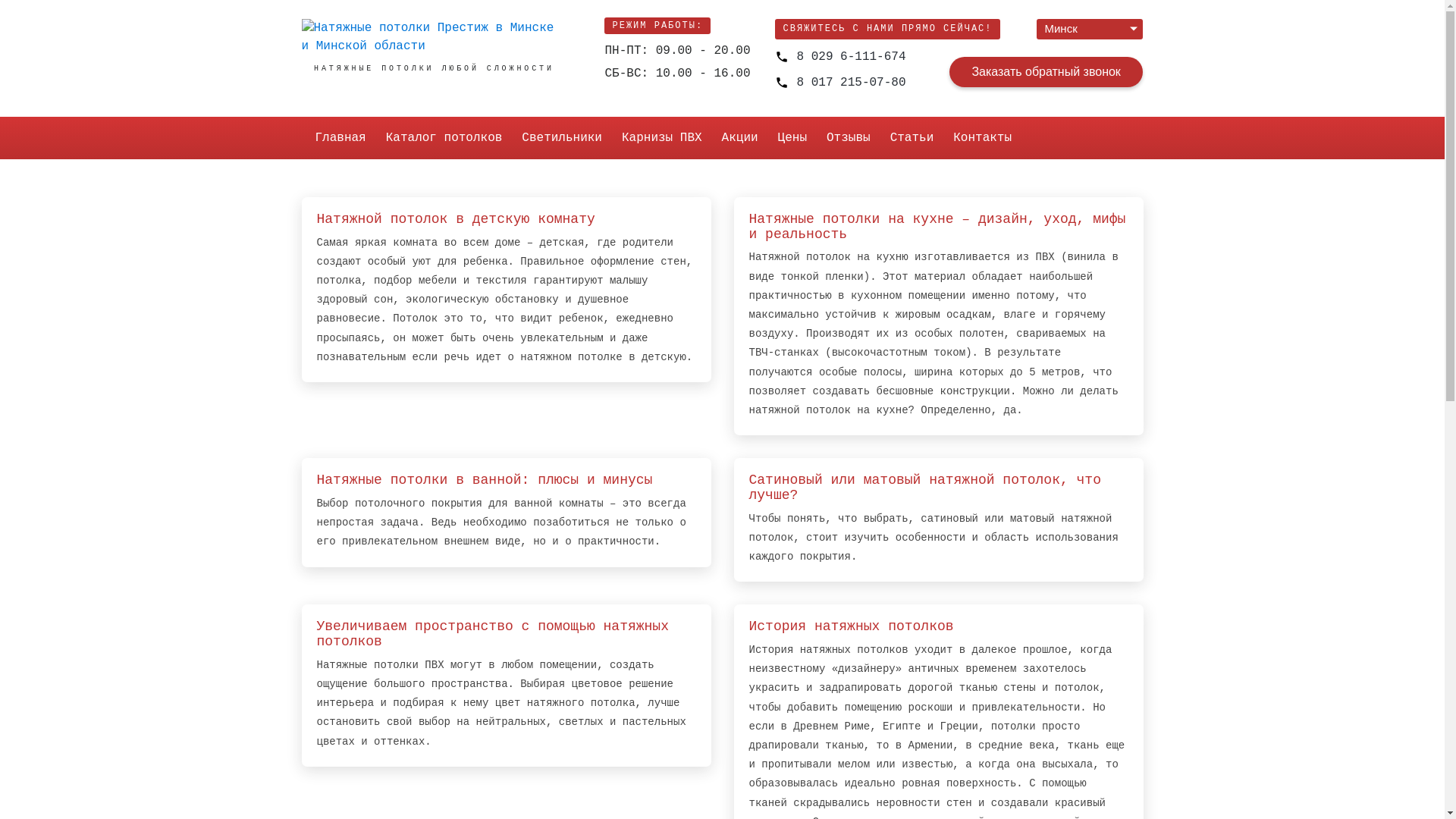 The height and width of the screenshot is (819, 1456). What do you see at coordinates (839, 83) in the screenshot?
I see `'8 017 215-07-80'` at bounding box center [839, 83].